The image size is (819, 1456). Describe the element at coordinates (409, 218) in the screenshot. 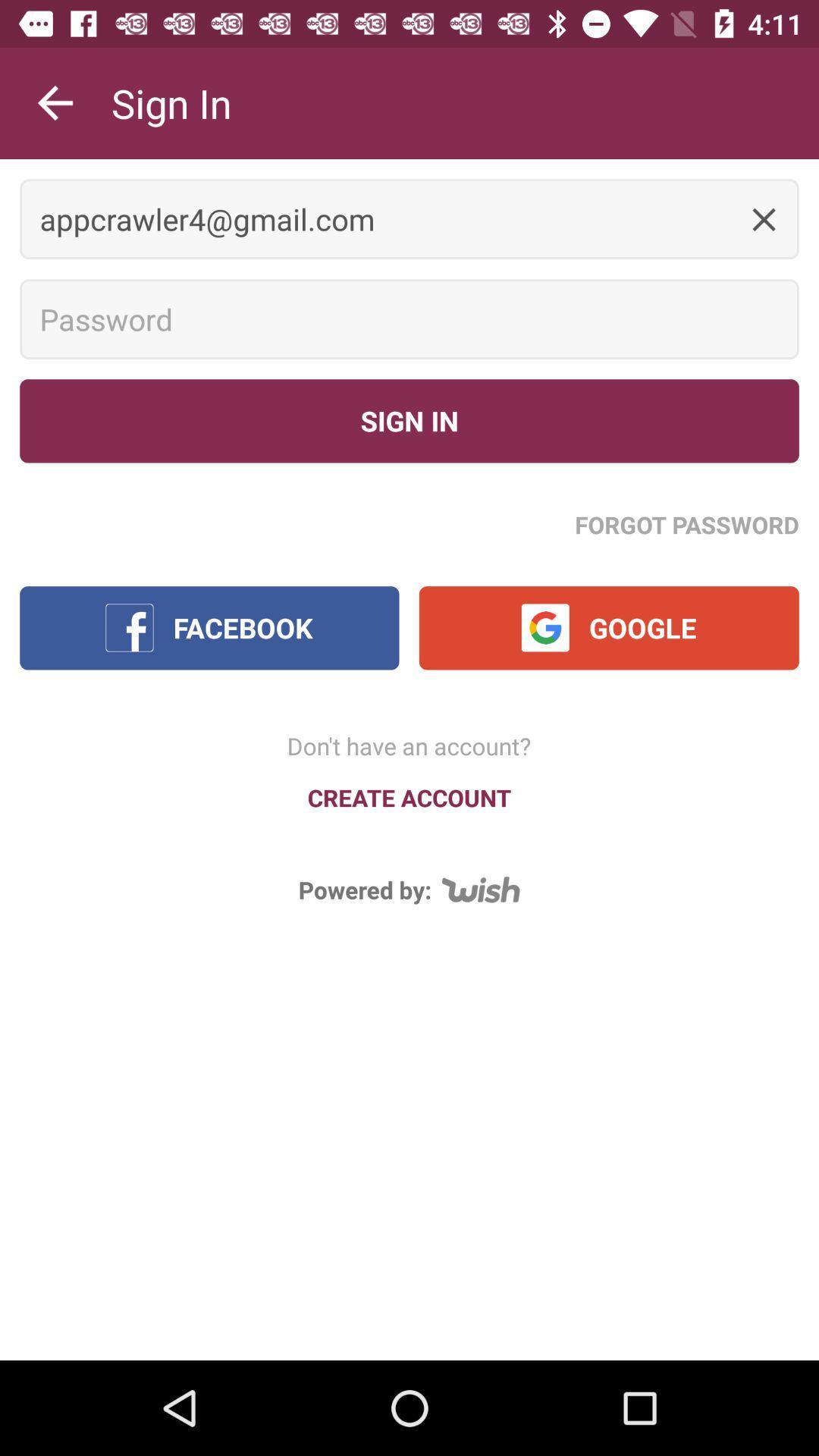

I see `the item below sign in` at that location.